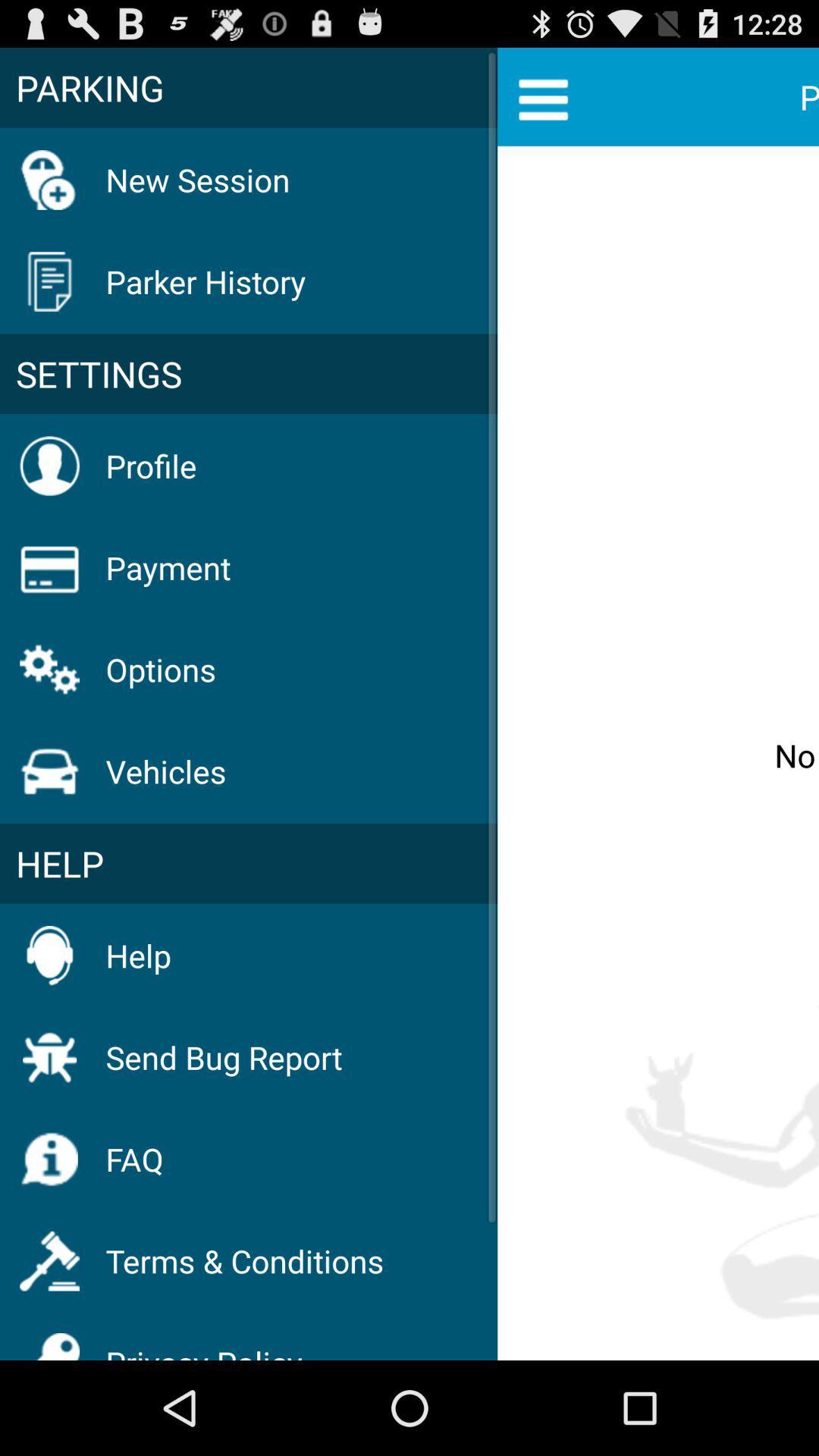  I want to click on the vehicles icon, so click(166, 771).